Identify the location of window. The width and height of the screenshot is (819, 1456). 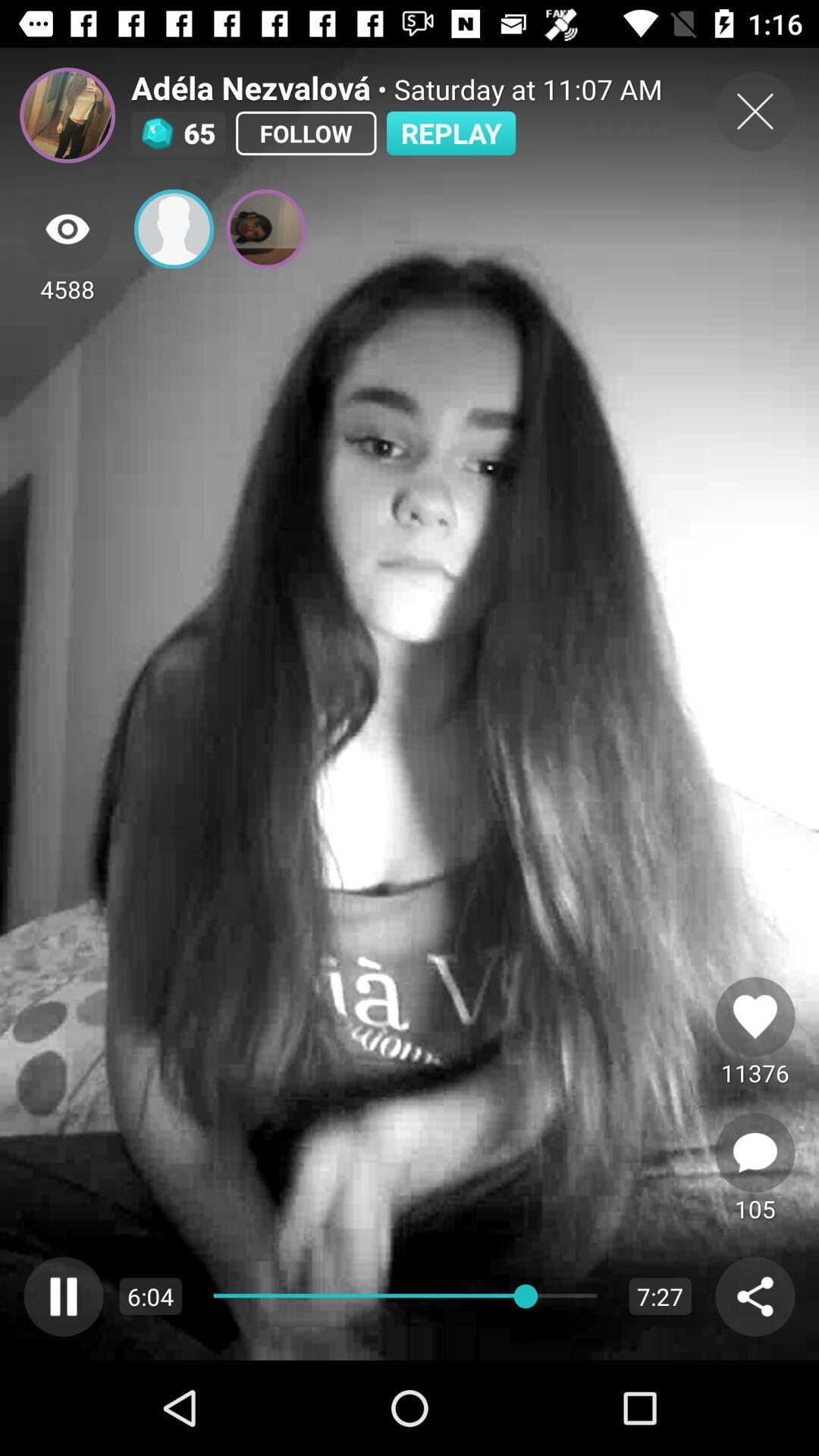
(755, 111).